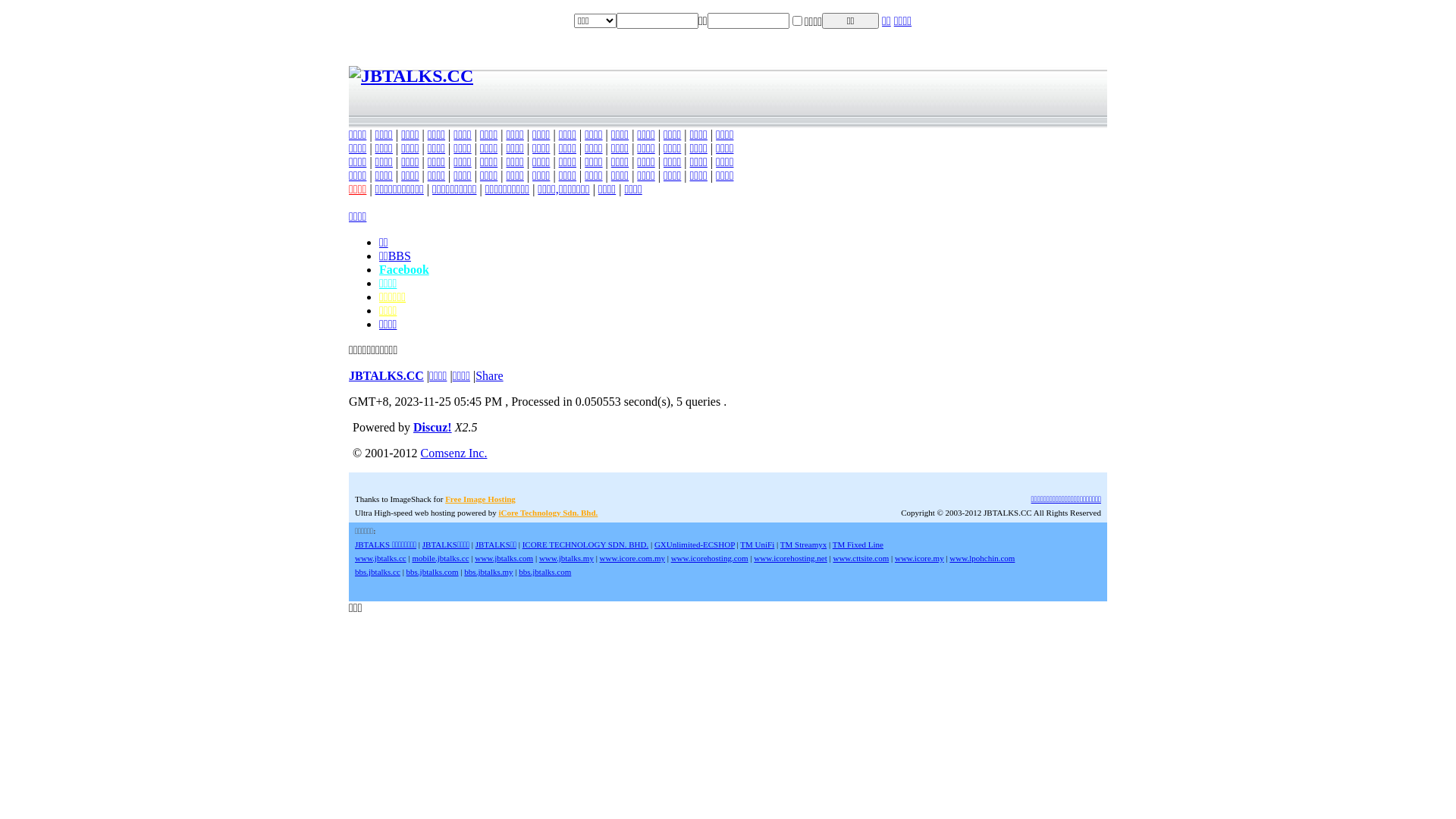 The image size is (1456, 819). I want to click on 'TM UniFi', so click(757, 543).